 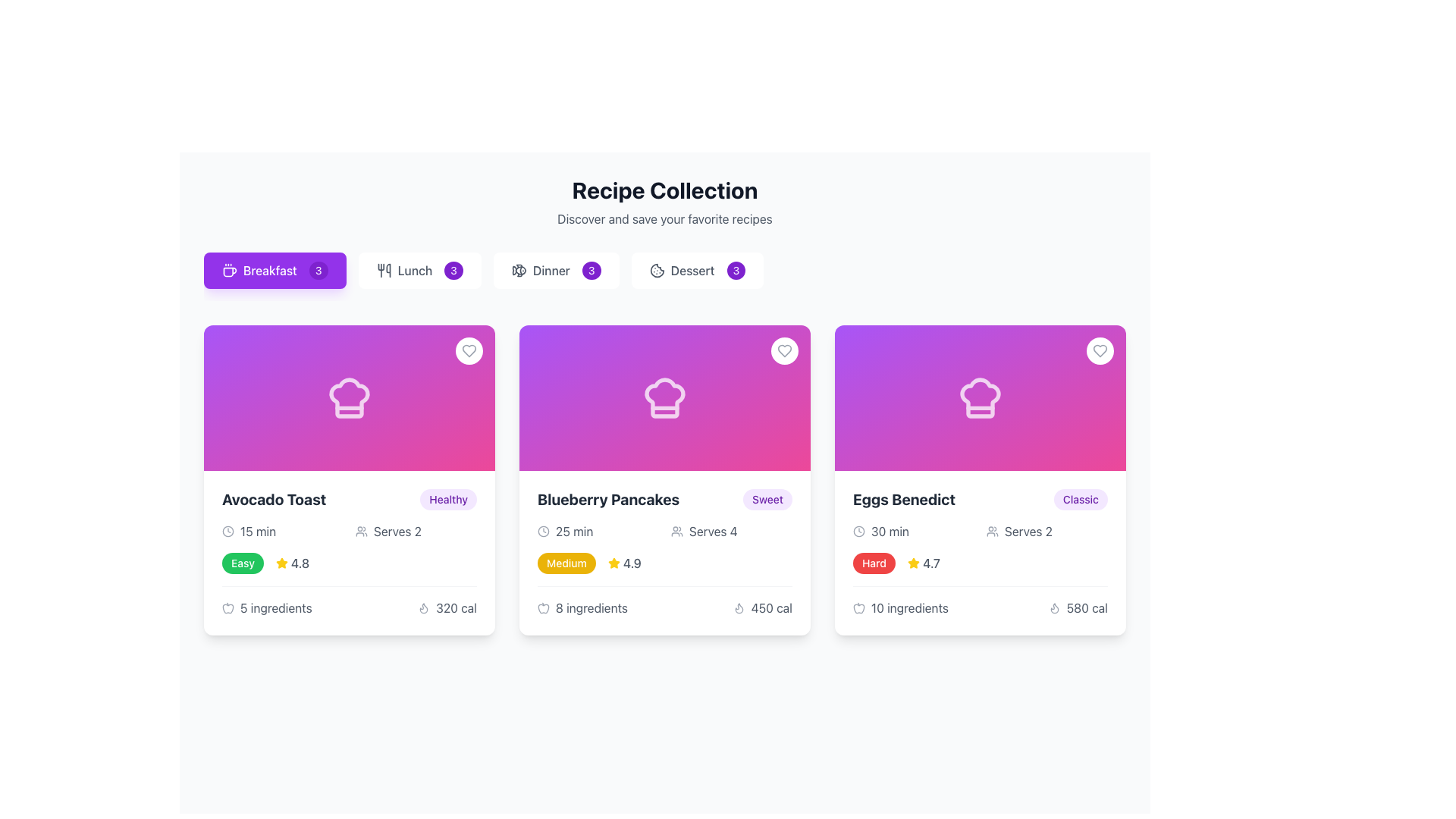 I want to click on the decorative graphic element featuring a gradient background from purple to pink with a chef's hat icon, located in the 'Avocado Toast' card under 'Recipe Collection.', so click(x=348, y=397).